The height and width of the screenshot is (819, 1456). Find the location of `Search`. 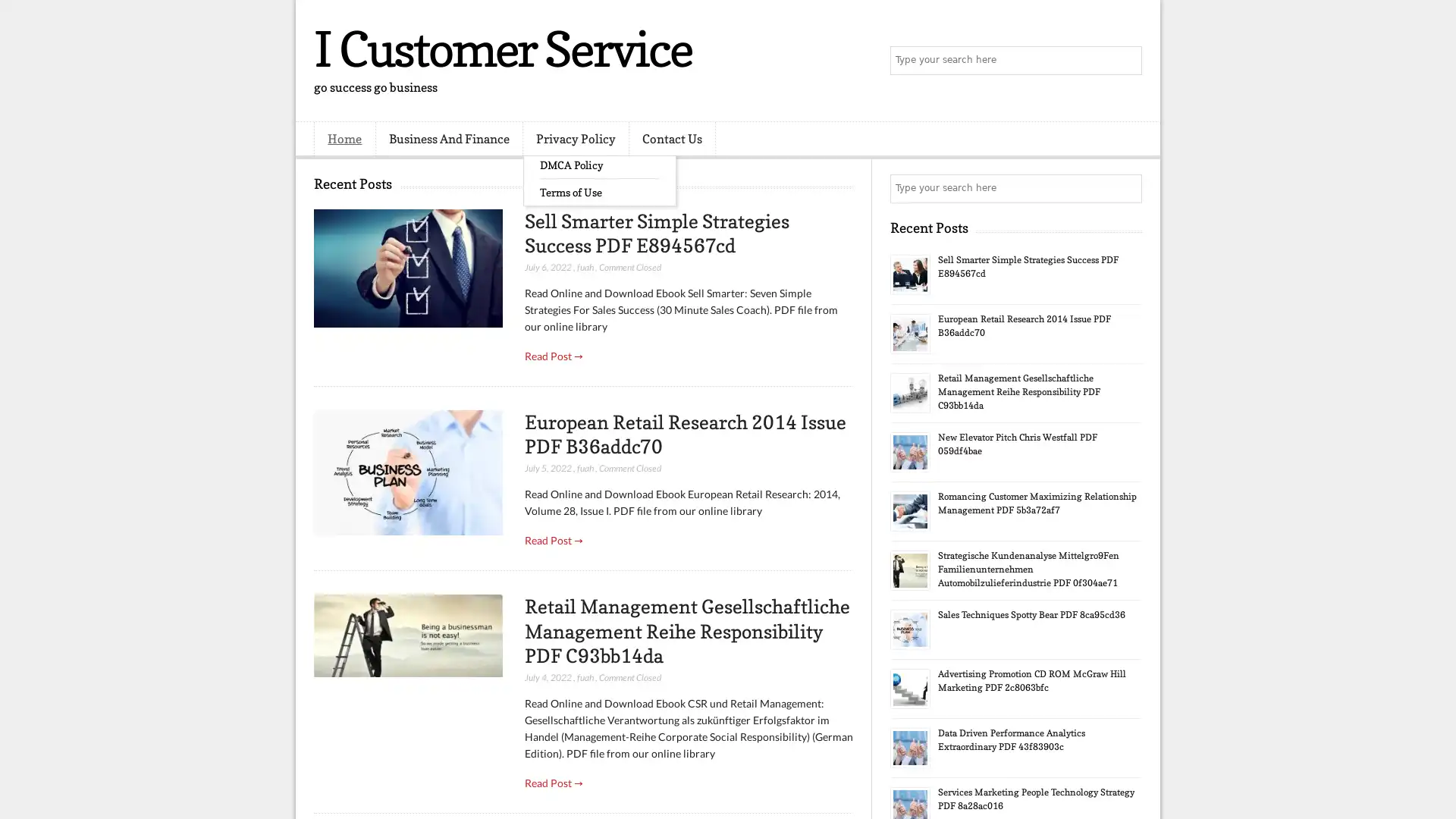

Search is located at coordinates (1126, 61).